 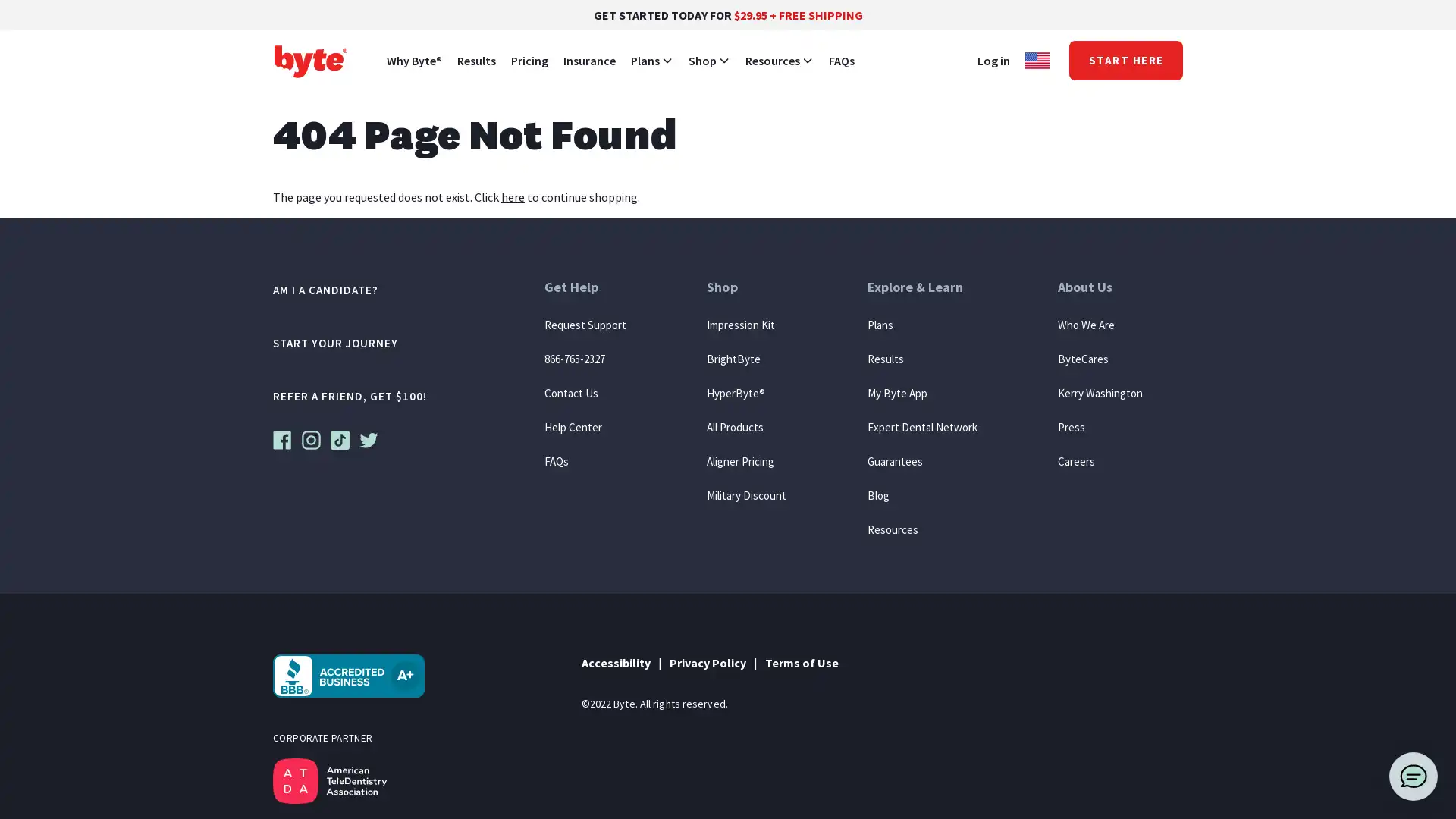 I want to click on Explore & Learn, so click(x=921, y=296).